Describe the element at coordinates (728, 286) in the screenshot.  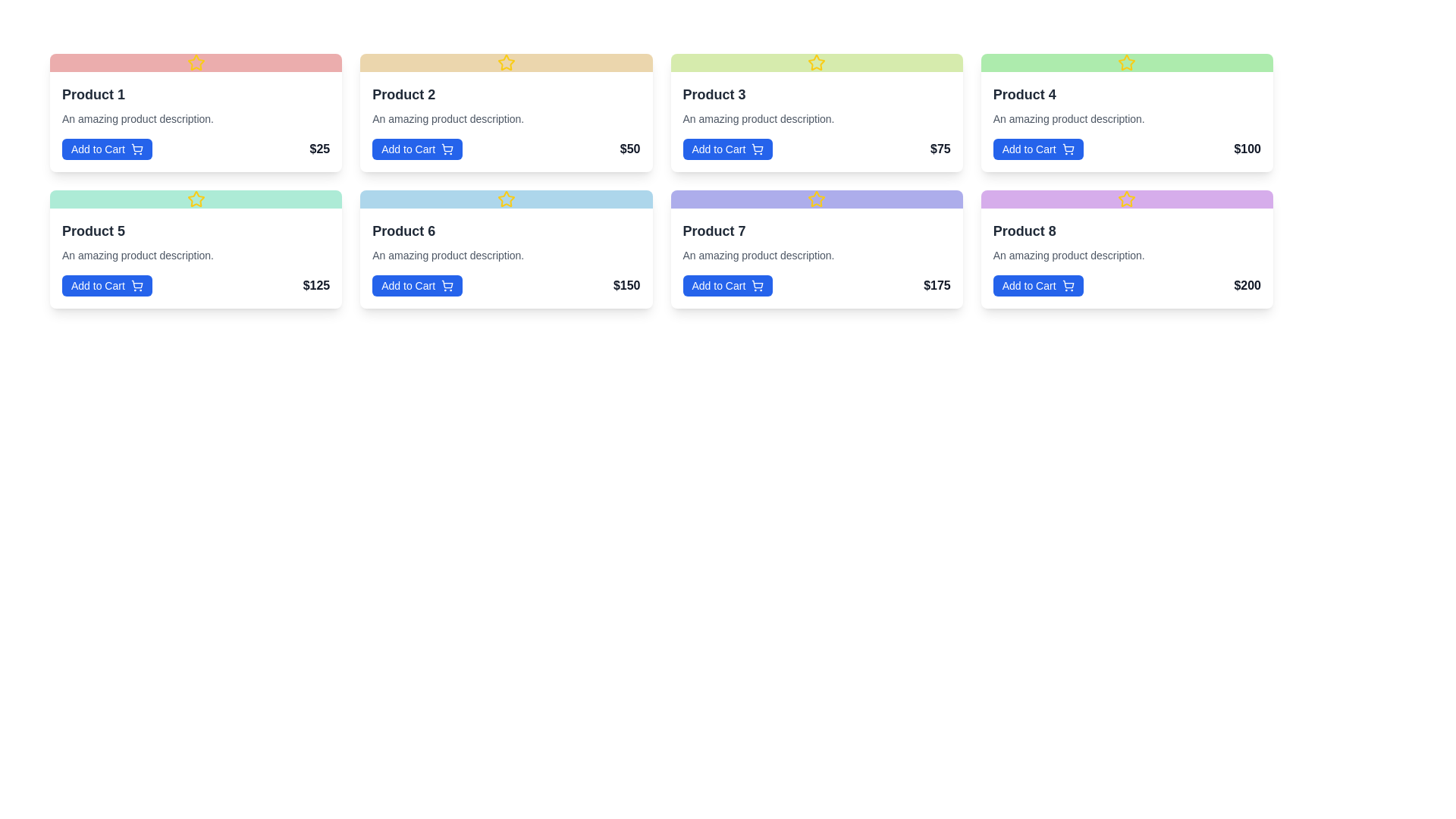
I see `the blue 'Add to Cart' button with white text and a shopping cart icon located in the 'Product 7' card` at that location.